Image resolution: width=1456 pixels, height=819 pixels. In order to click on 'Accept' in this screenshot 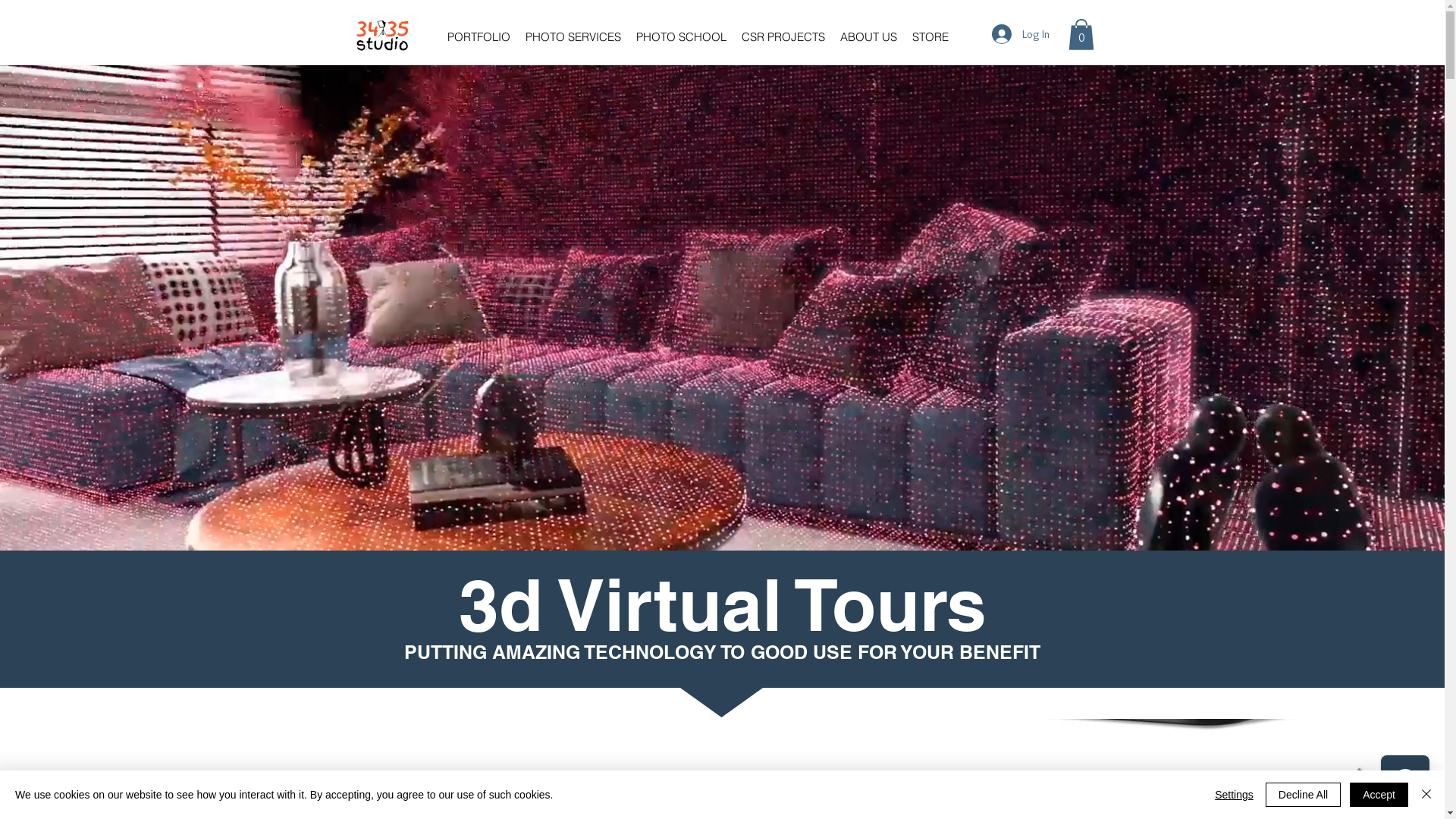, I will do `click(1379, 794)`.